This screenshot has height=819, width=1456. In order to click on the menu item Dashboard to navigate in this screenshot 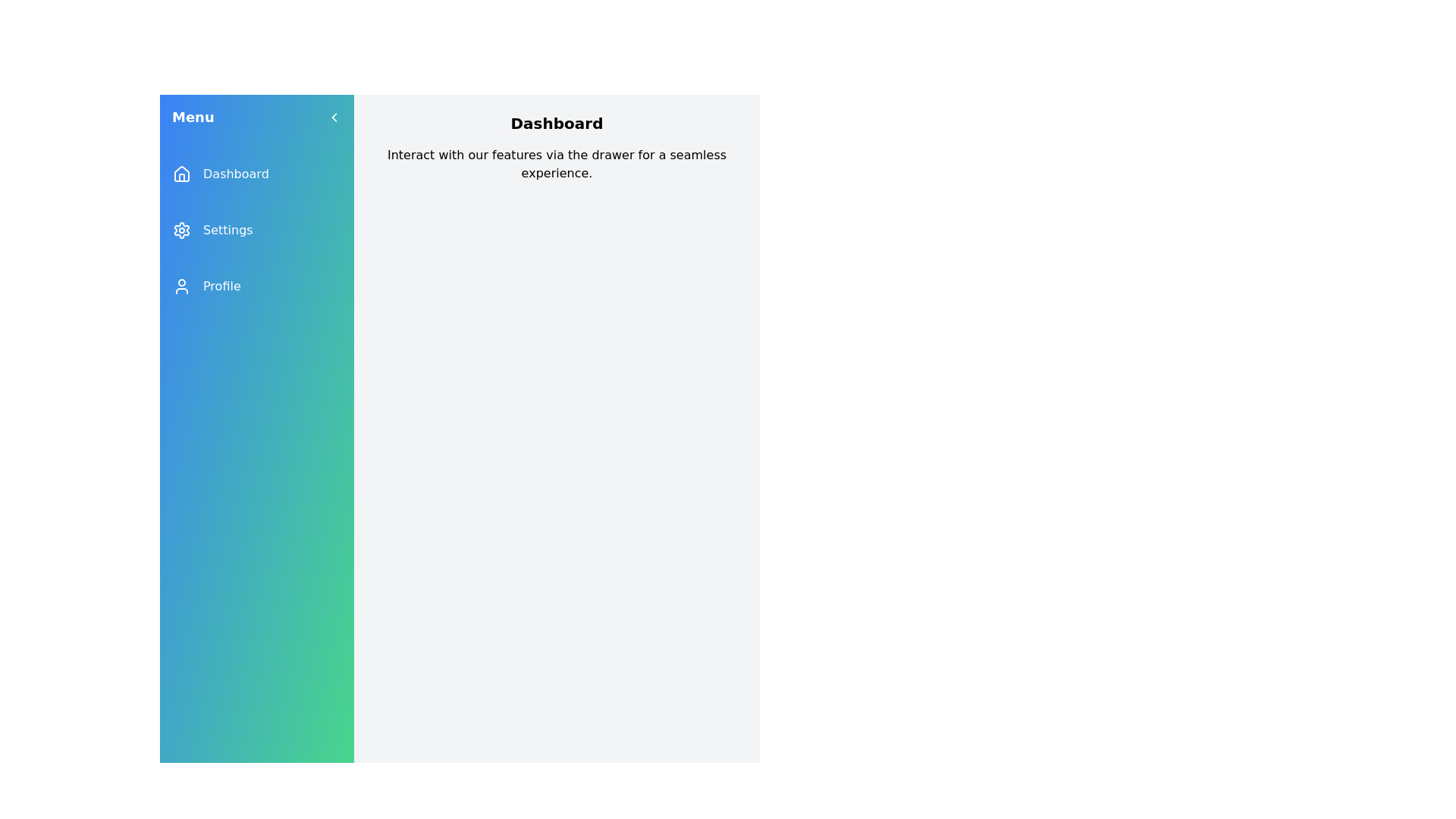, I will do `click(257, 174)`.